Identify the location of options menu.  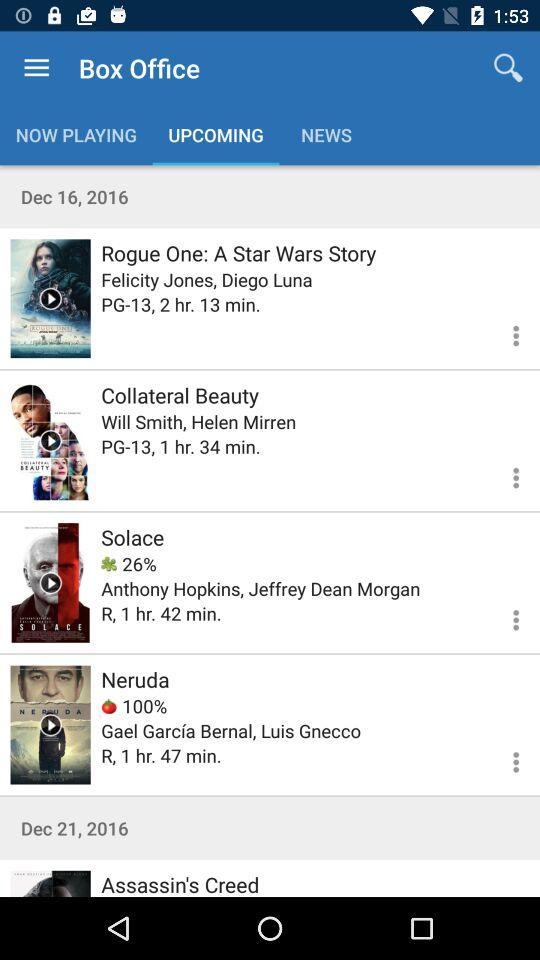
(503, 616).